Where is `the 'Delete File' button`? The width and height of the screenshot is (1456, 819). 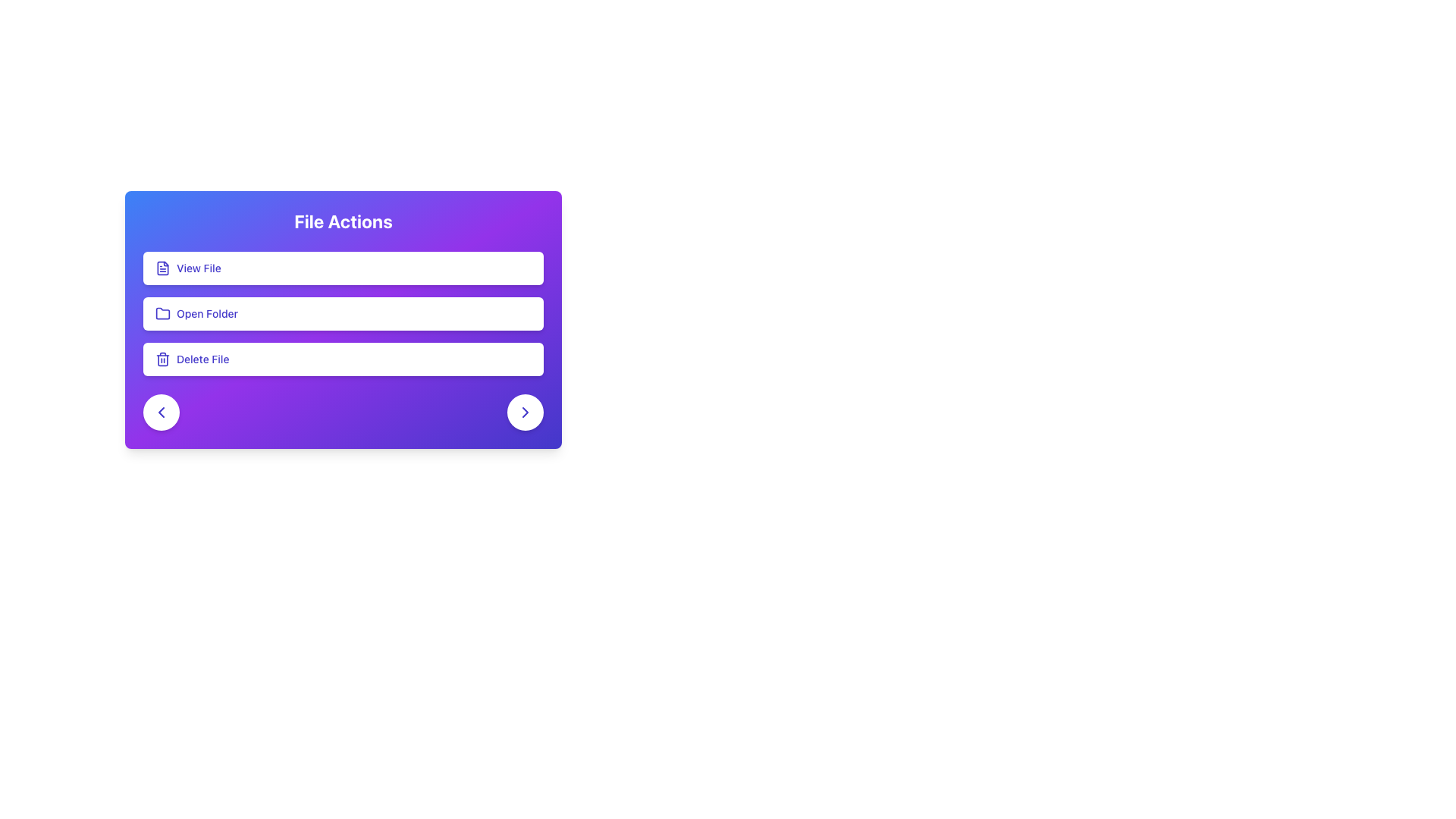
the 'Delete File' button is located at coordinates (342, 359).